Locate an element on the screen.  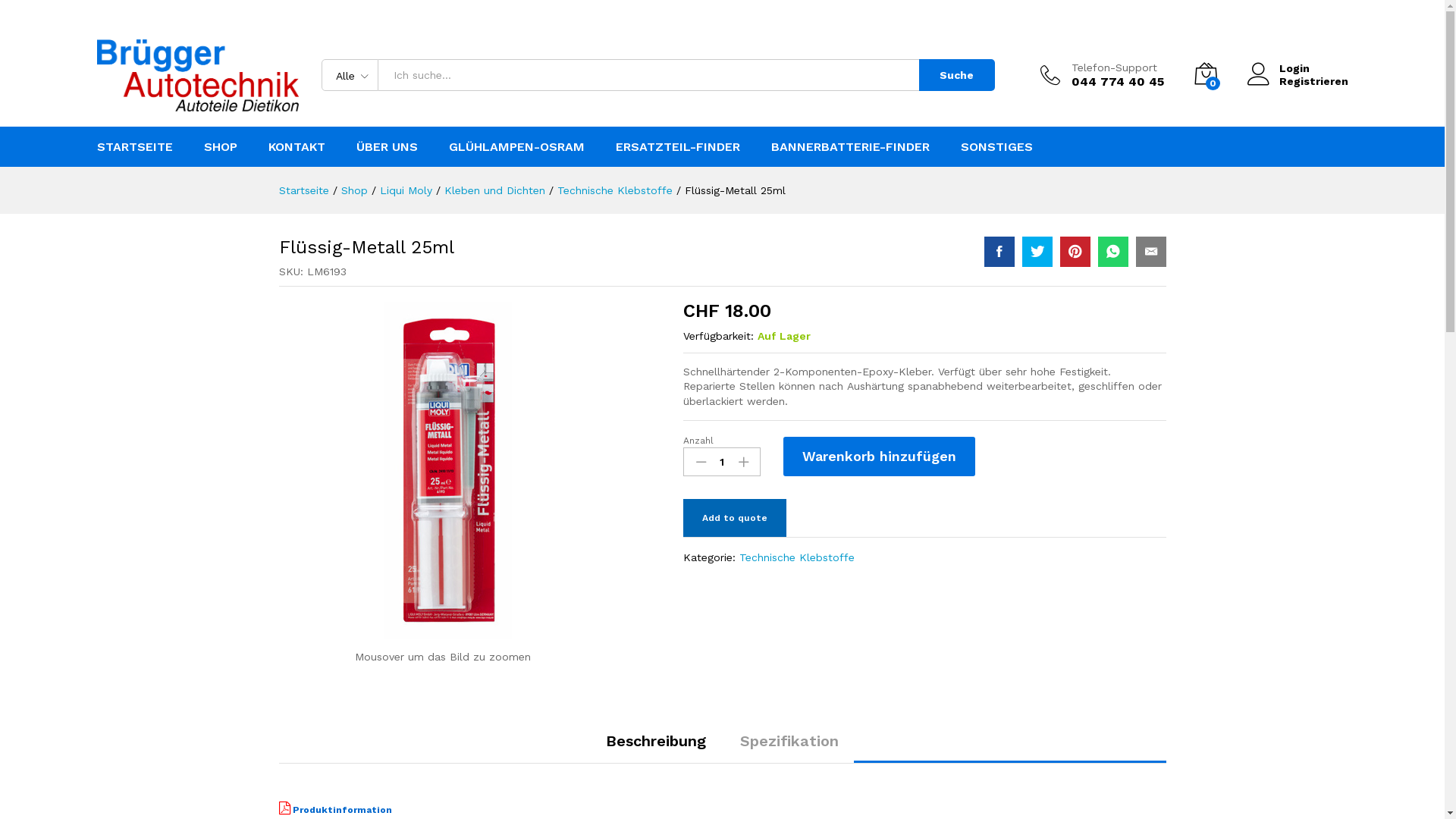
'Liqui Moly' is located at coordinates (405, 189).